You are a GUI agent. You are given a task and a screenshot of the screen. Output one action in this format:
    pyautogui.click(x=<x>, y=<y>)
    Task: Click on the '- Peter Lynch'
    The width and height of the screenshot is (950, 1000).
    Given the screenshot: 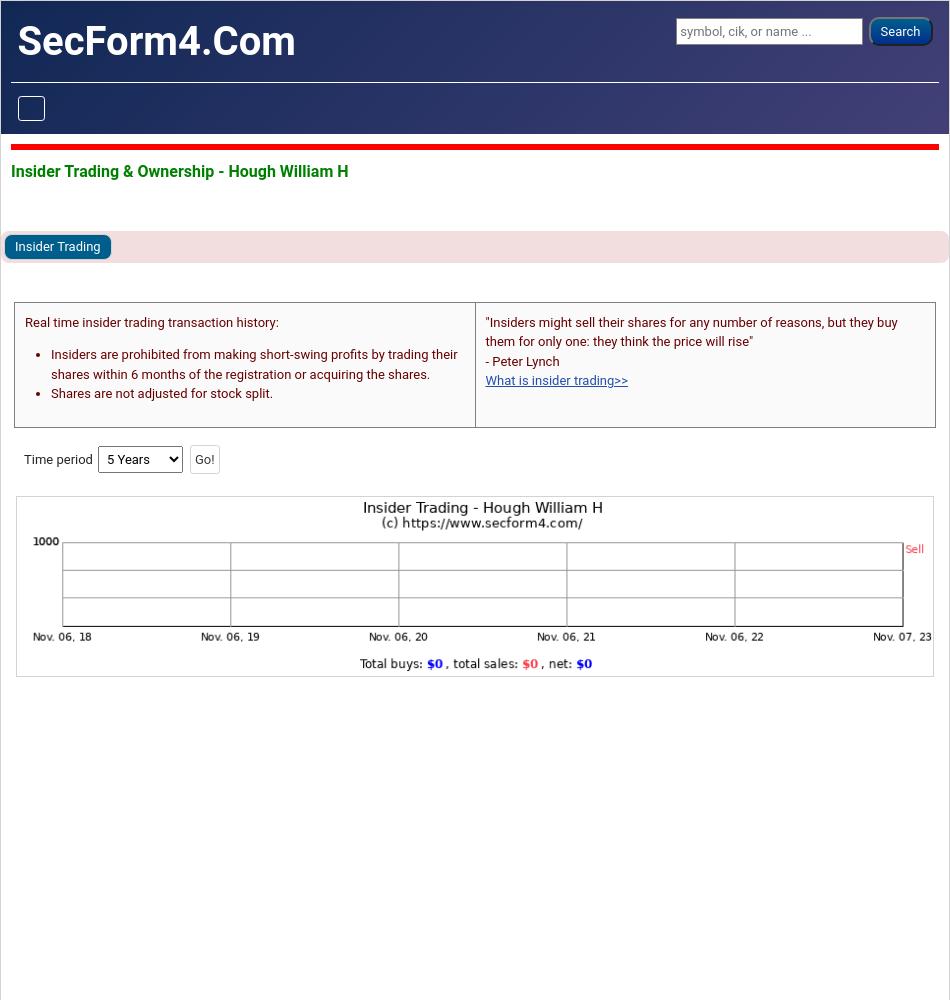 What is the action you would take?
    pyautogui.click(x=484, y=359)
    